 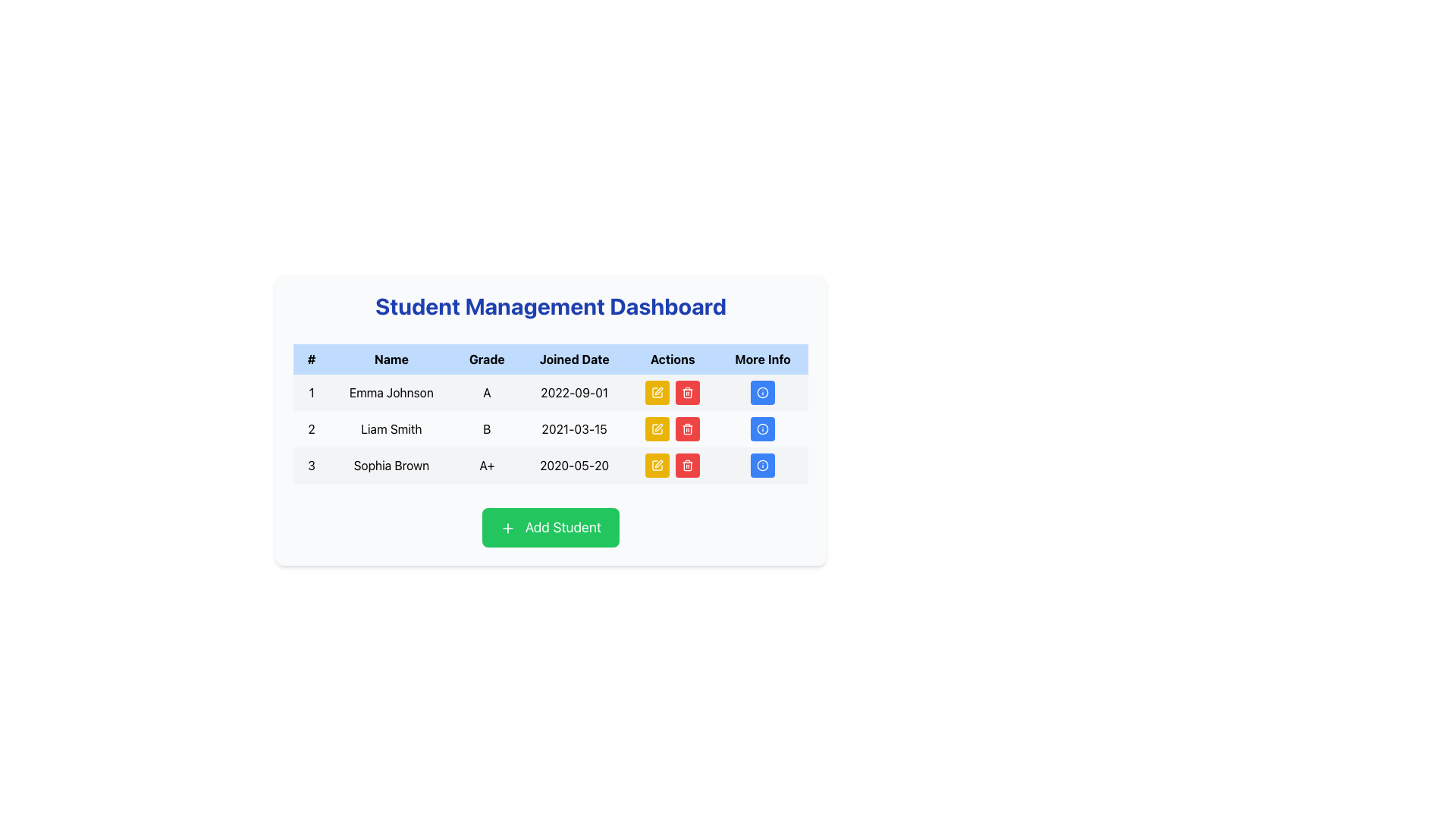 What do you see at coordinates (391, 391) in the screenshot?
I see `the student name label located in the second column of the first row of the structured grid layout, directly under the 'Name' heading` at bounding box center [391, 391].